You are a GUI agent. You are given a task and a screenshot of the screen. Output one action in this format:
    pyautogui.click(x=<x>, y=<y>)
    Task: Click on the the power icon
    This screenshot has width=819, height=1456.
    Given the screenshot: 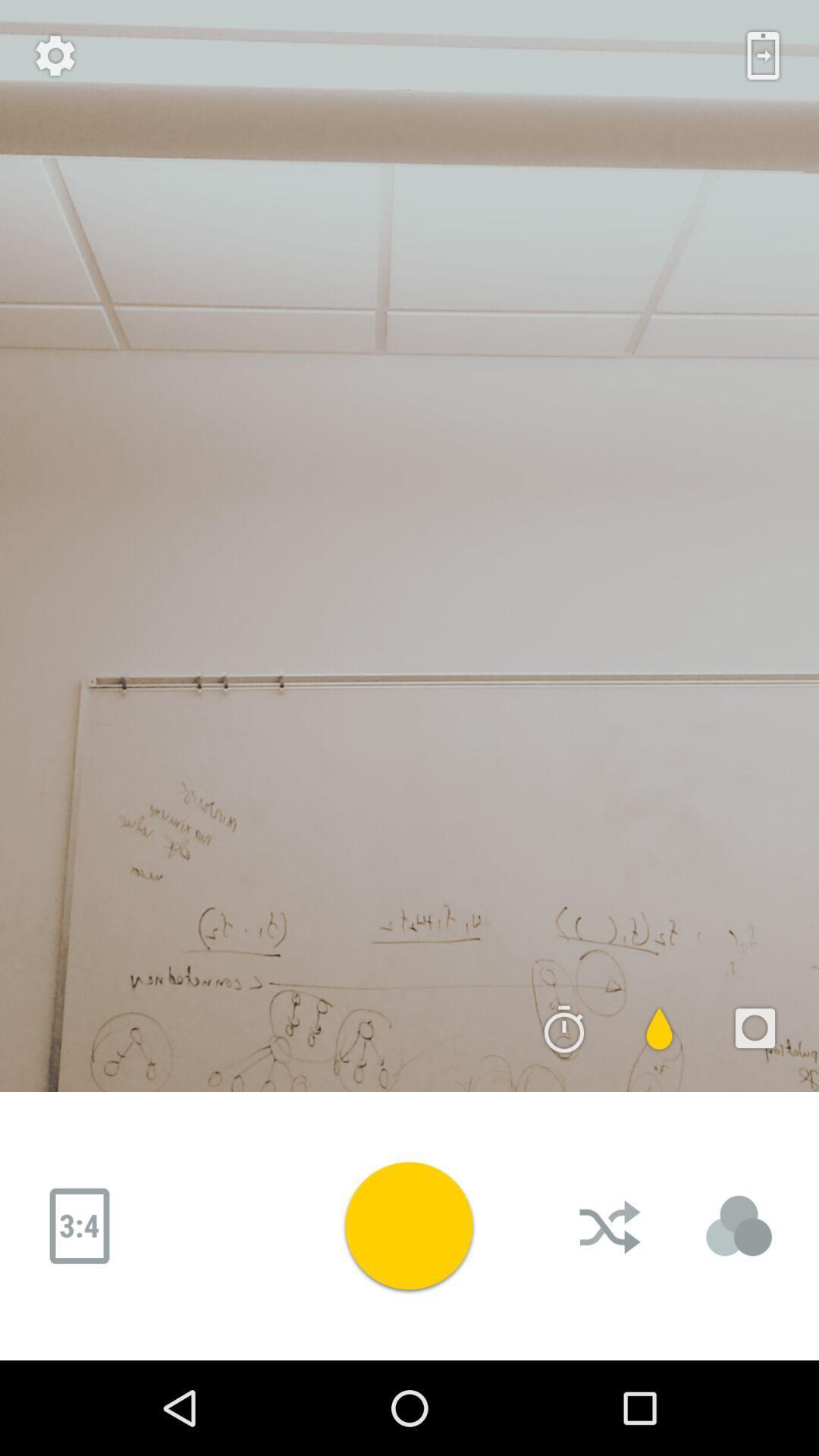 What is the action you would take?
    pyautogui.click(x=659, y=1028)
    